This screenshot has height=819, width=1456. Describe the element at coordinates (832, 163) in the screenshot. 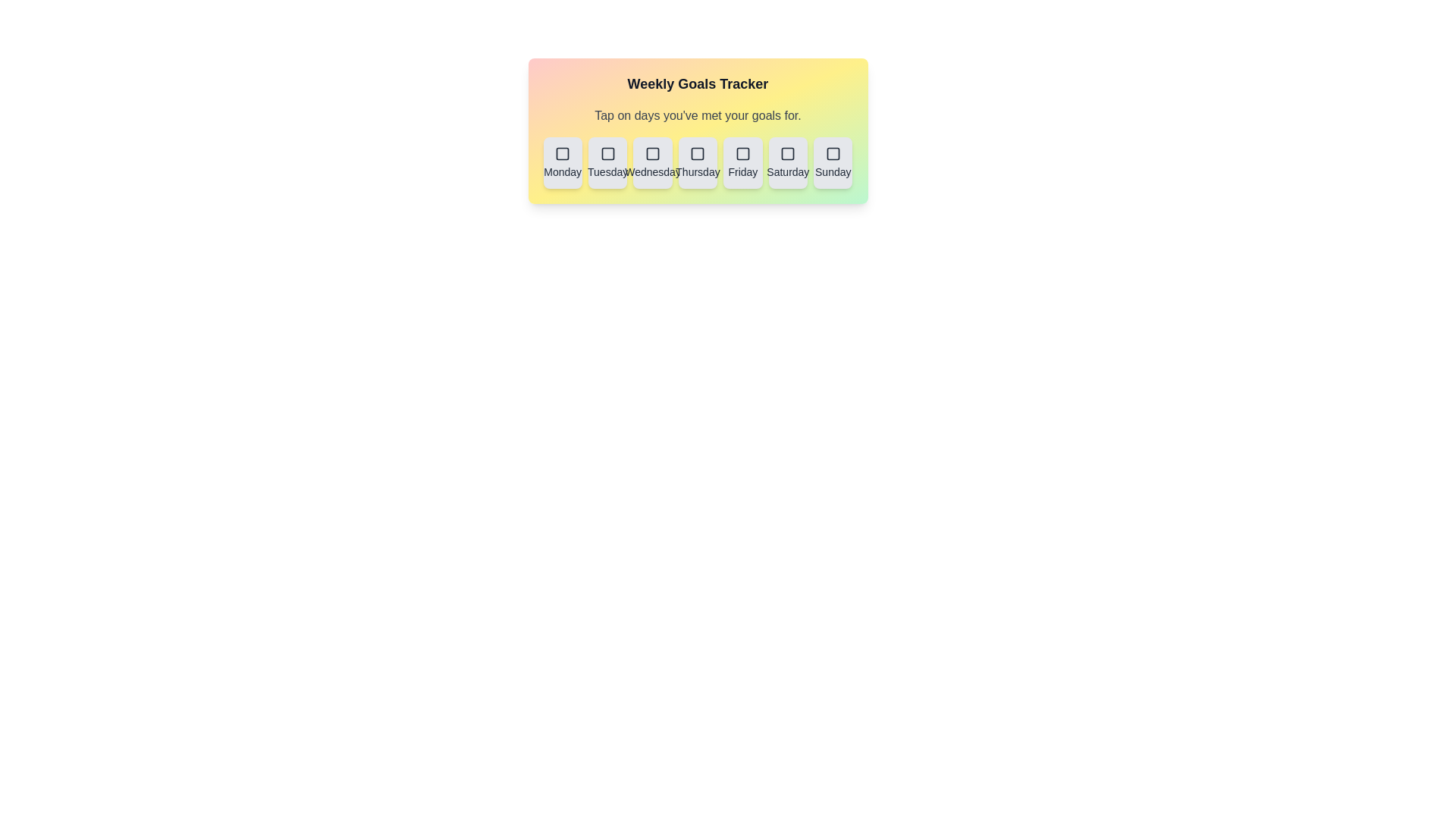

I see `the button labeled Sunday` at that location.